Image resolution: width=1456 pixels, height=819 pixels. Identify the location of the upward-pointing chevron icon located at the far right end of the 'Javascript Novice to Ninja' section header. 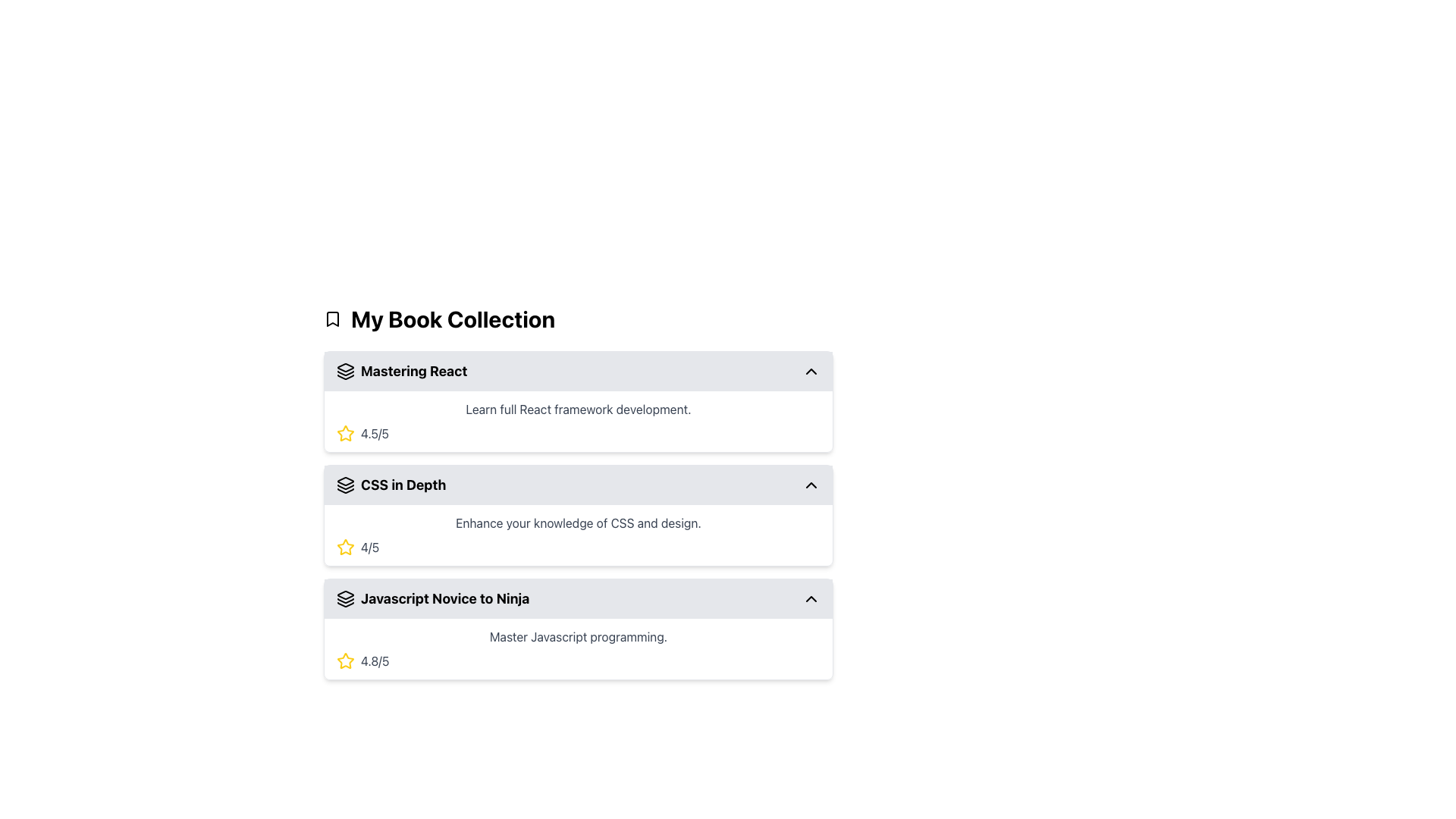
(811, 598).